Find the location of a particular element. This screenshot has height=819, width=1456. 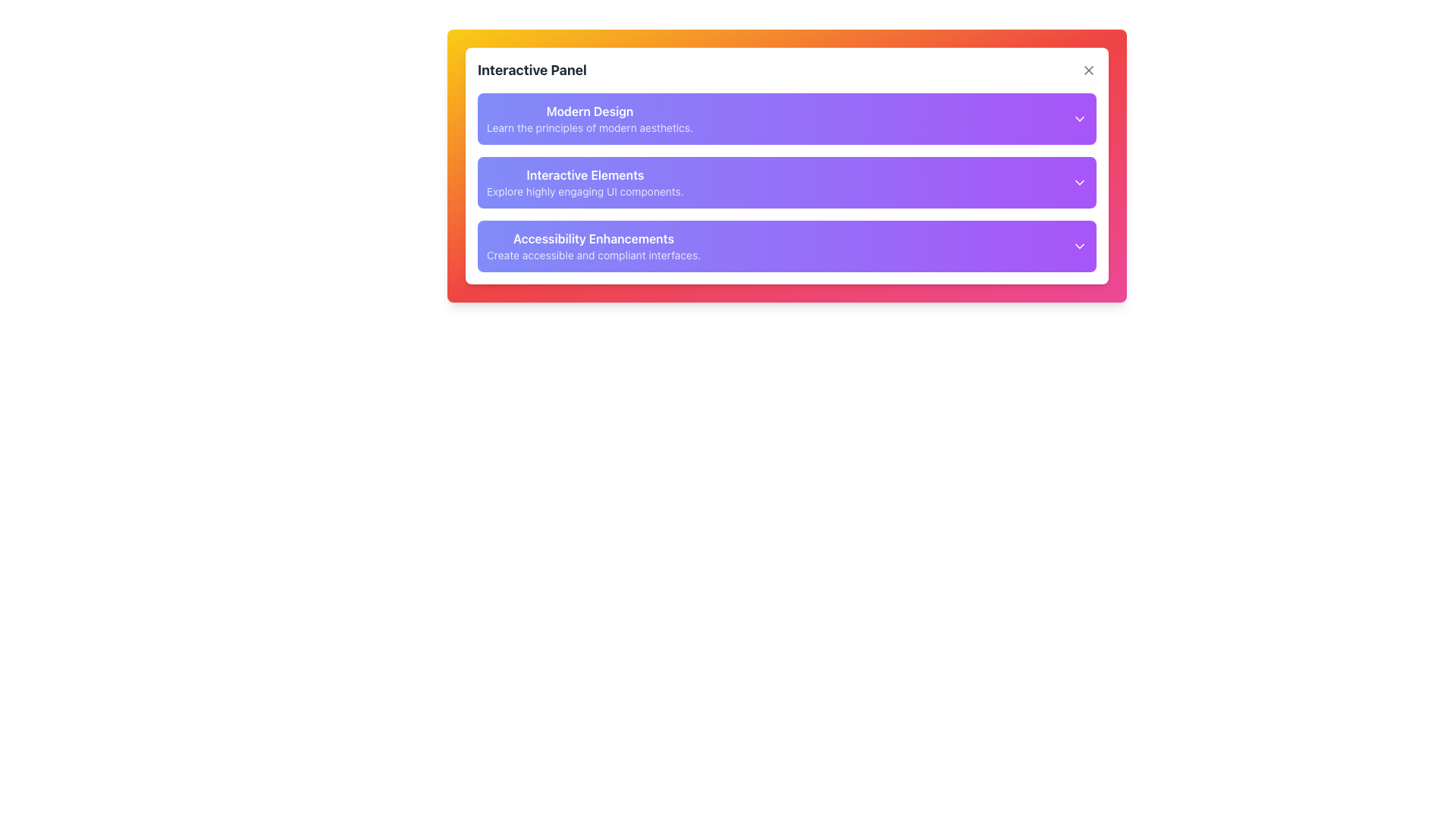

the downward-facing arrow icon on the purple background in the top-right corner of the 'Interactive Elements' card is located at coordinates (1079, 181).